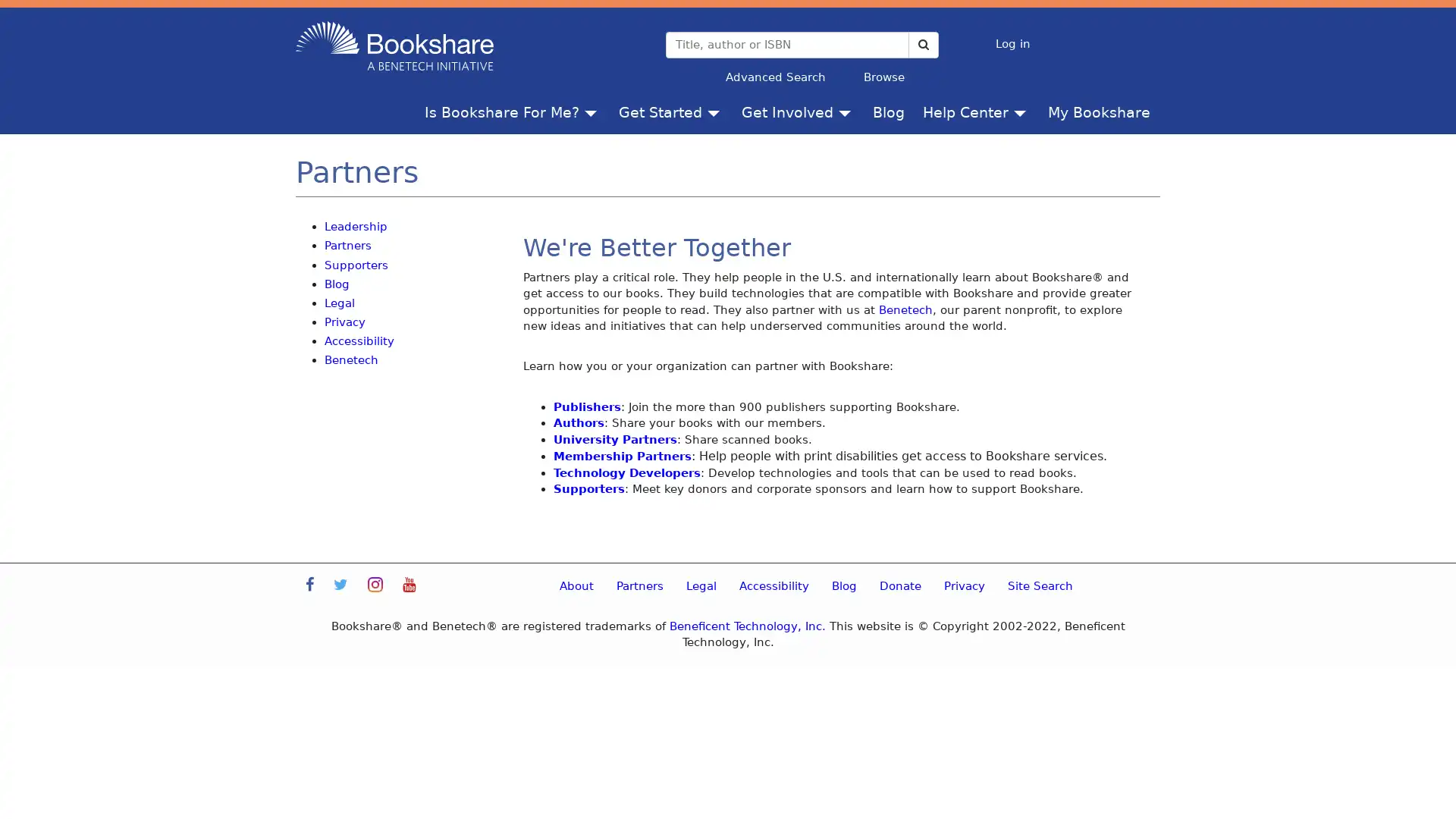 The image size is (1456, 819). I want to click on Get Involved menu, so click(847, 111).